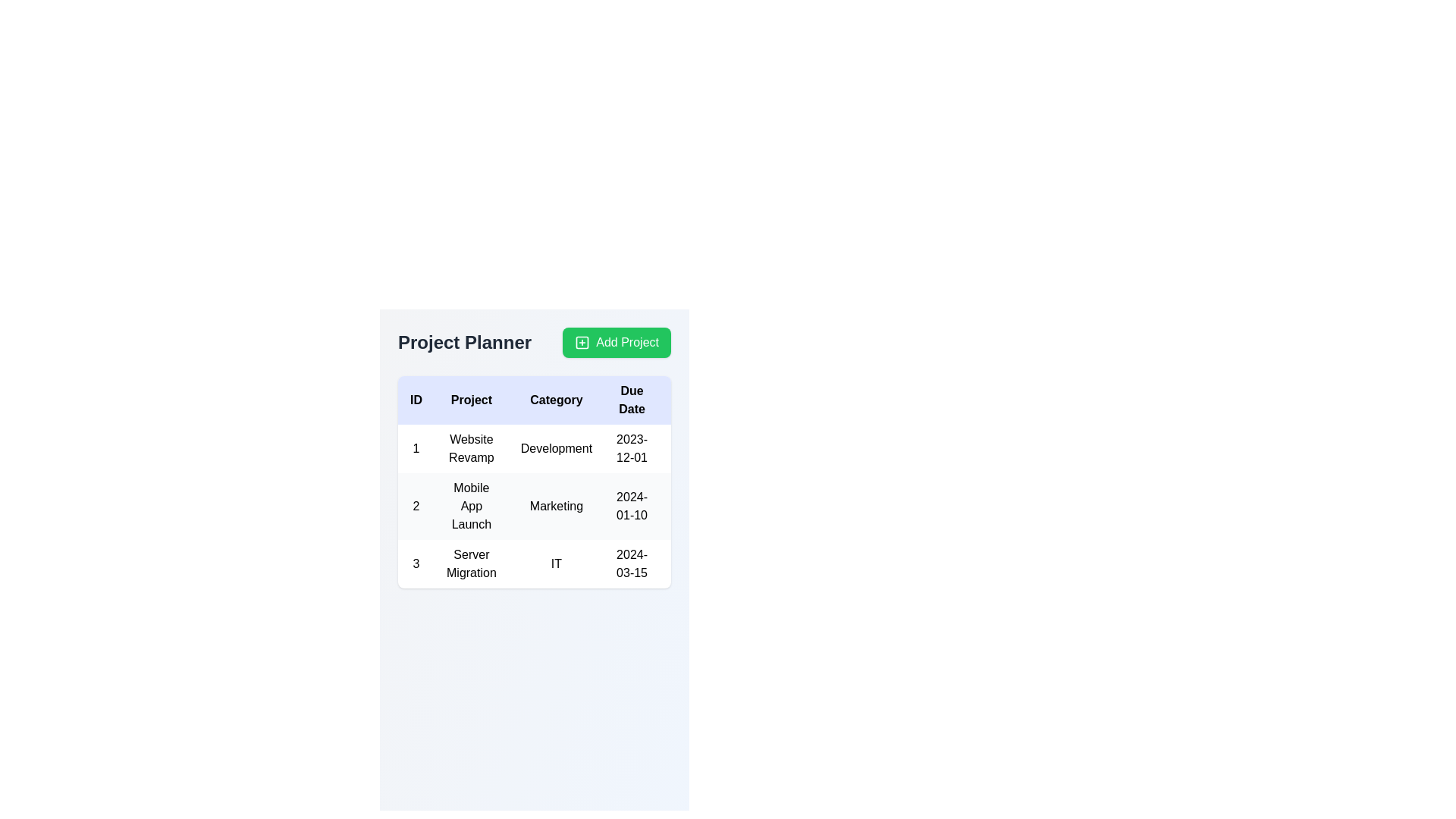  I want to click on 'Category' text label, which is the third column header in a table structure, displayed in black font against a light blue background, so click(556, 400).